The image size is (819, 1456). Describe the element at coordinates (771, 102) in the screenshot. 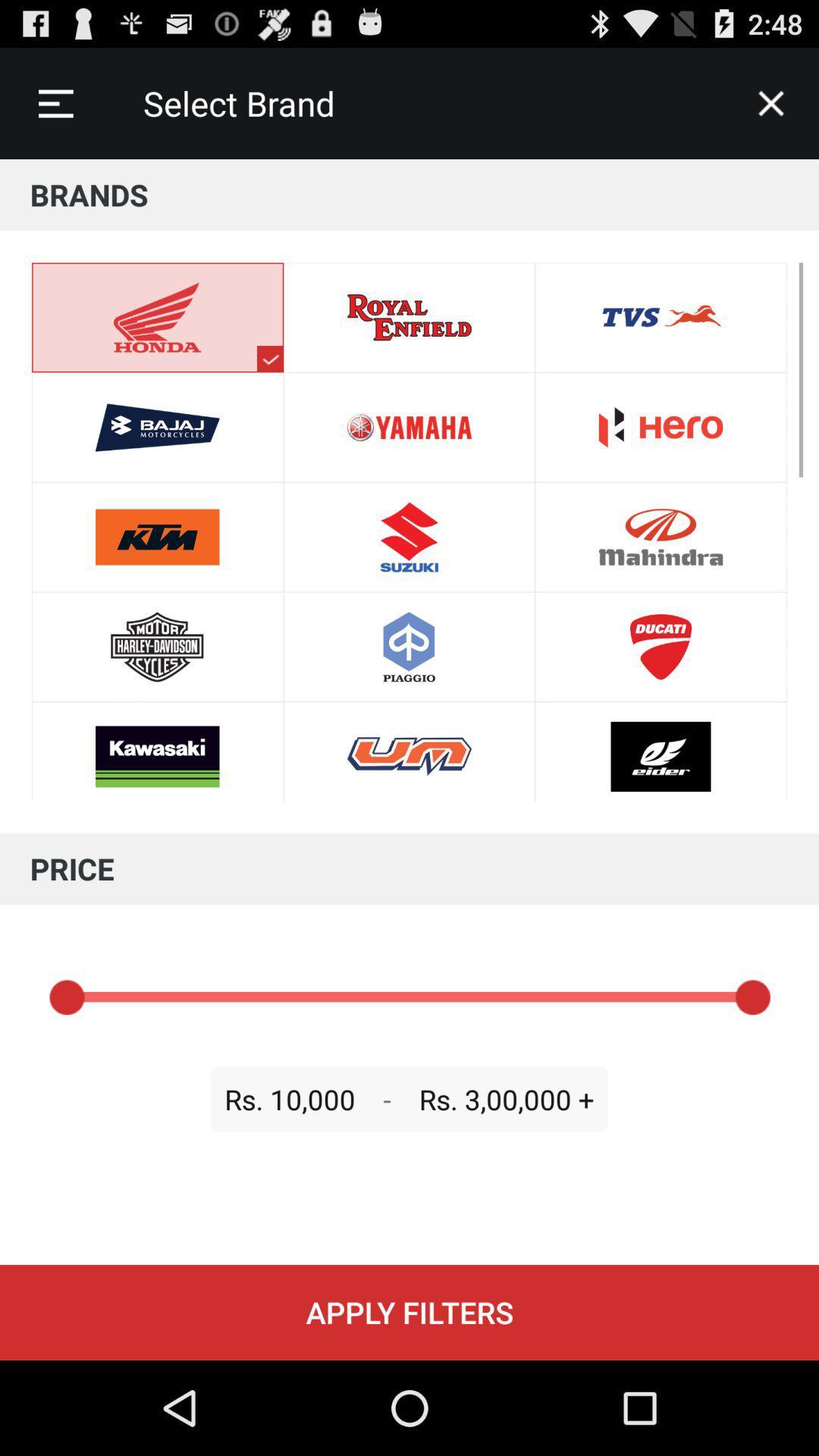

I see `icon next to select brand` at that location.